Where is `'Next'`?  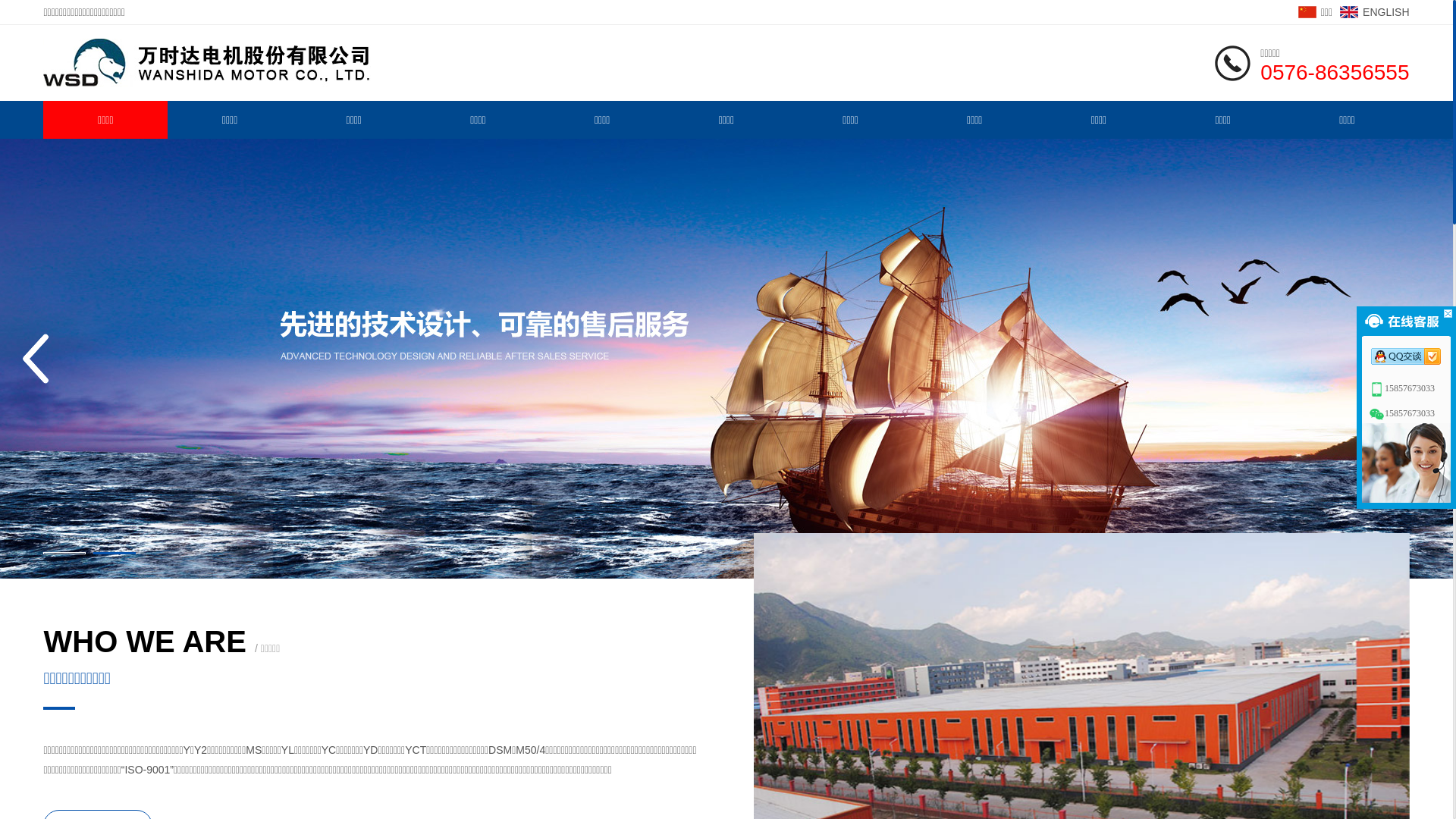 'Next' is located at coordinates (1404, 359).